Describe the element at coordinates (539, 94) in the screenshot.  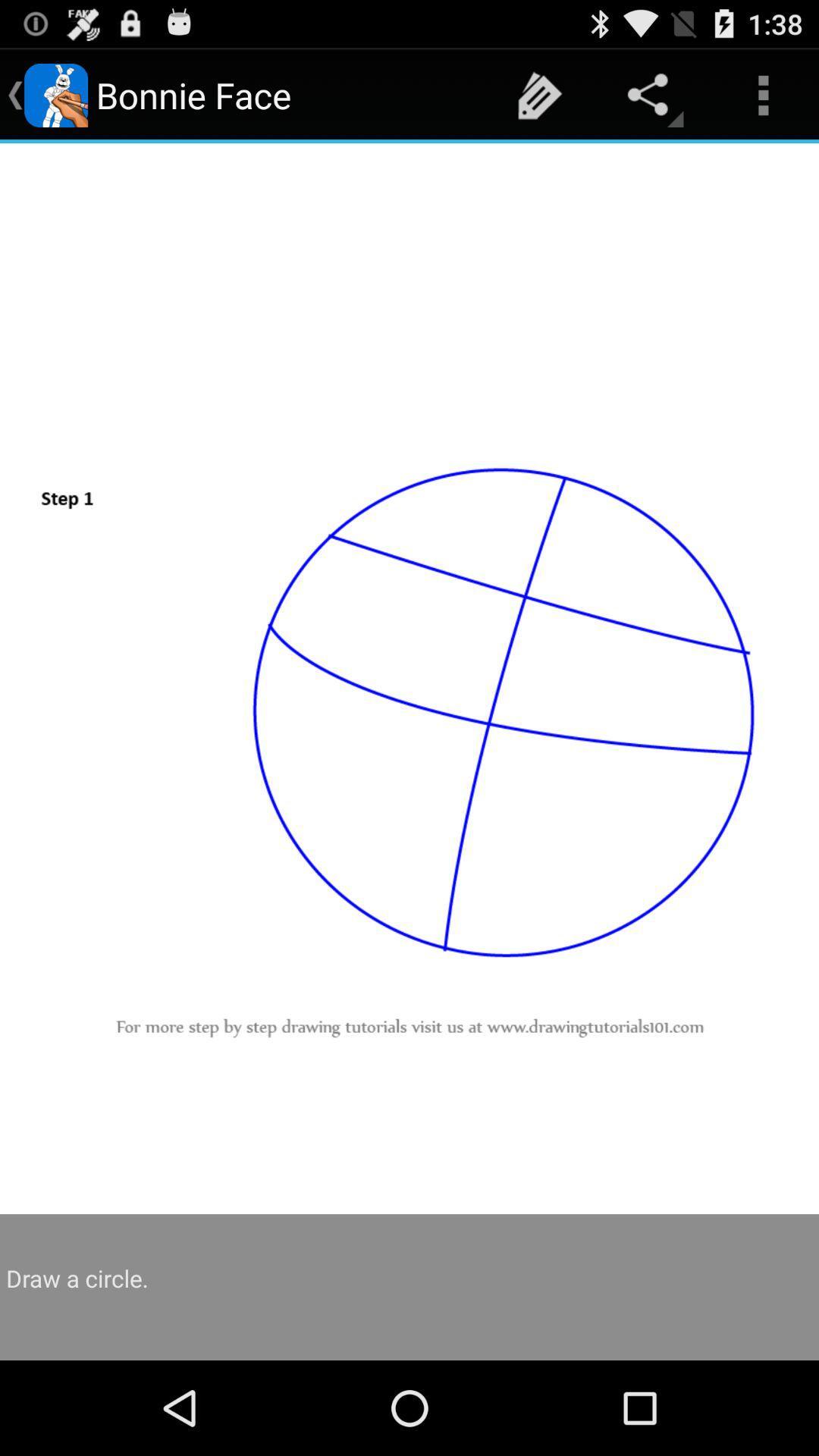
I see `item to the right of the bonnie face icon` at that location.